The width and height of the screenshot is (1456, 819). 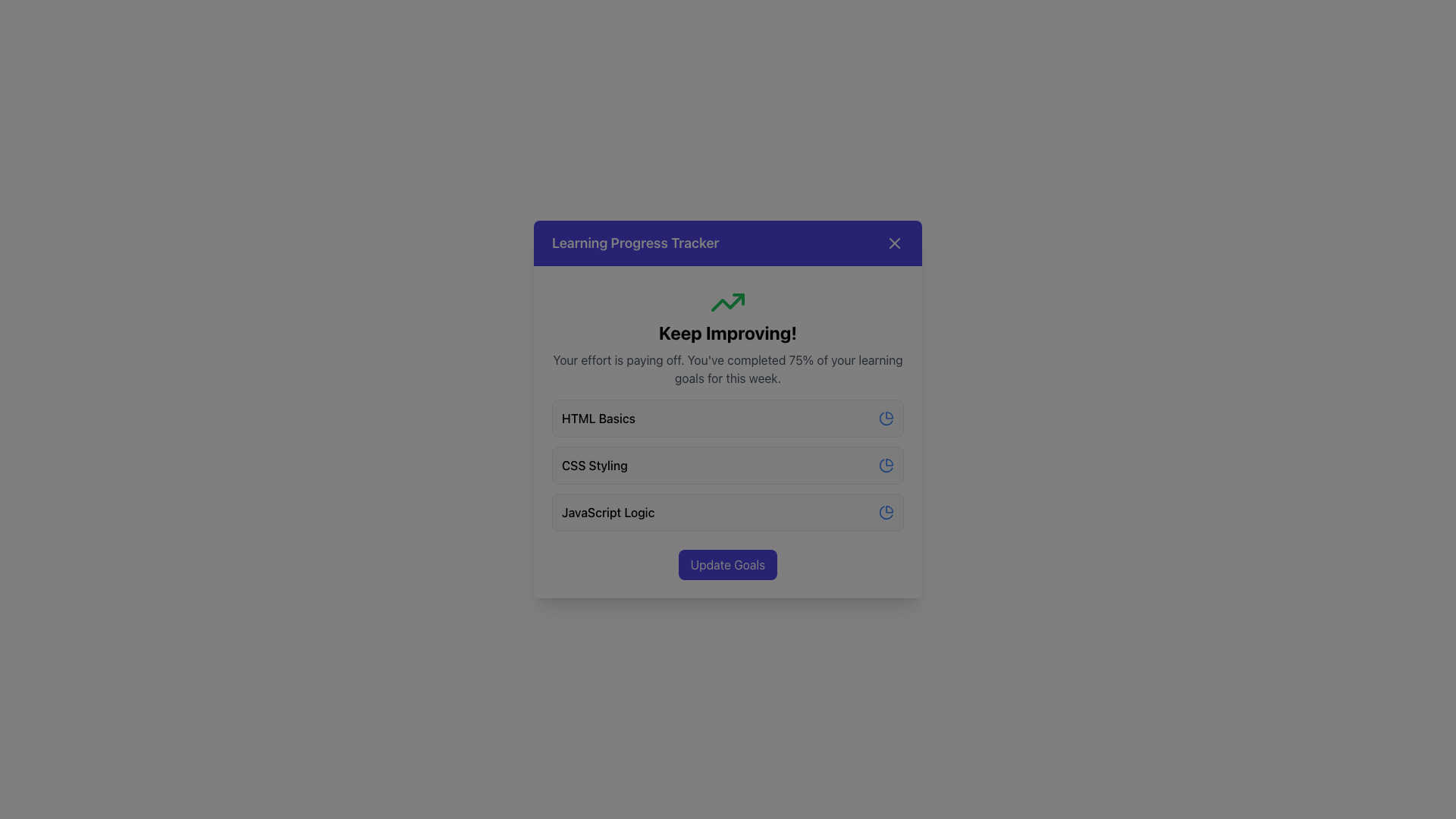 What do you see at coordinates (895, 242) in the screenshot?
I see `the close button icon located in the top-right corner of the dialog box` at bounding box center [895, 242].